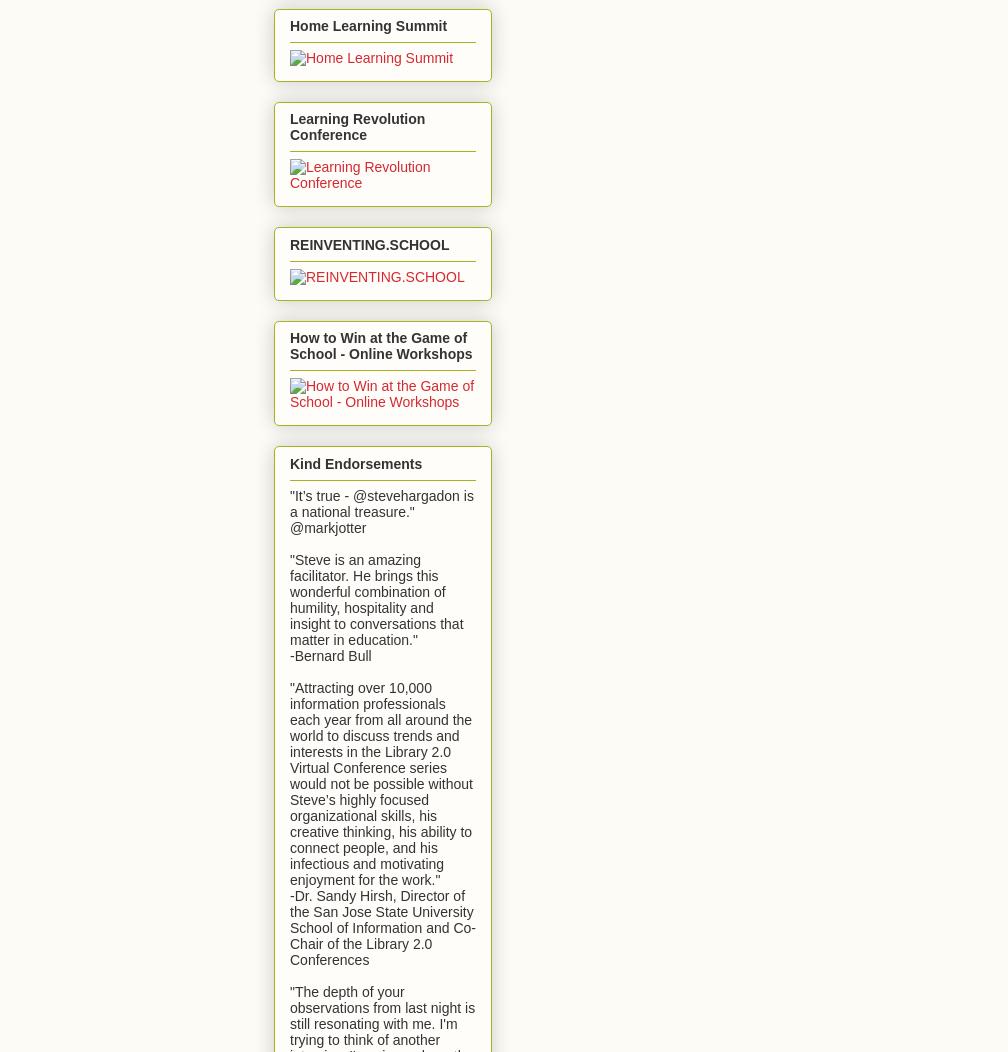  Describe the element at coordinates (290, 654) in the screenshot. I see `'-Bernard Bull'` at that location.